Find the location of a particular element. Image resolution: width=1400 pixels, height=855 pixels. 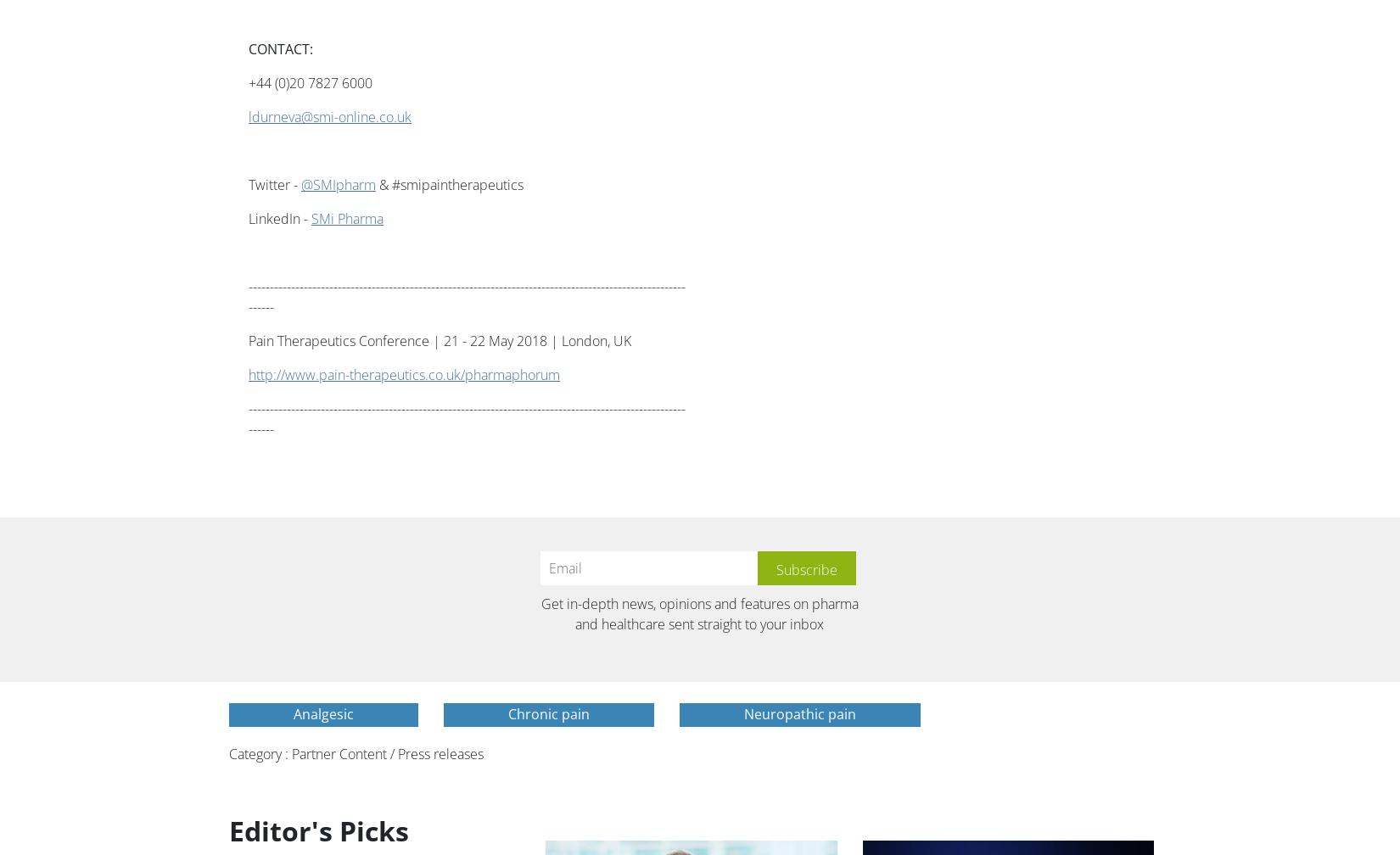

'Category :
								

										
				    
			
			Partner Content

			

			

											/
									

										
				    
			
			Press releases' is located at coordinates (228, 753).